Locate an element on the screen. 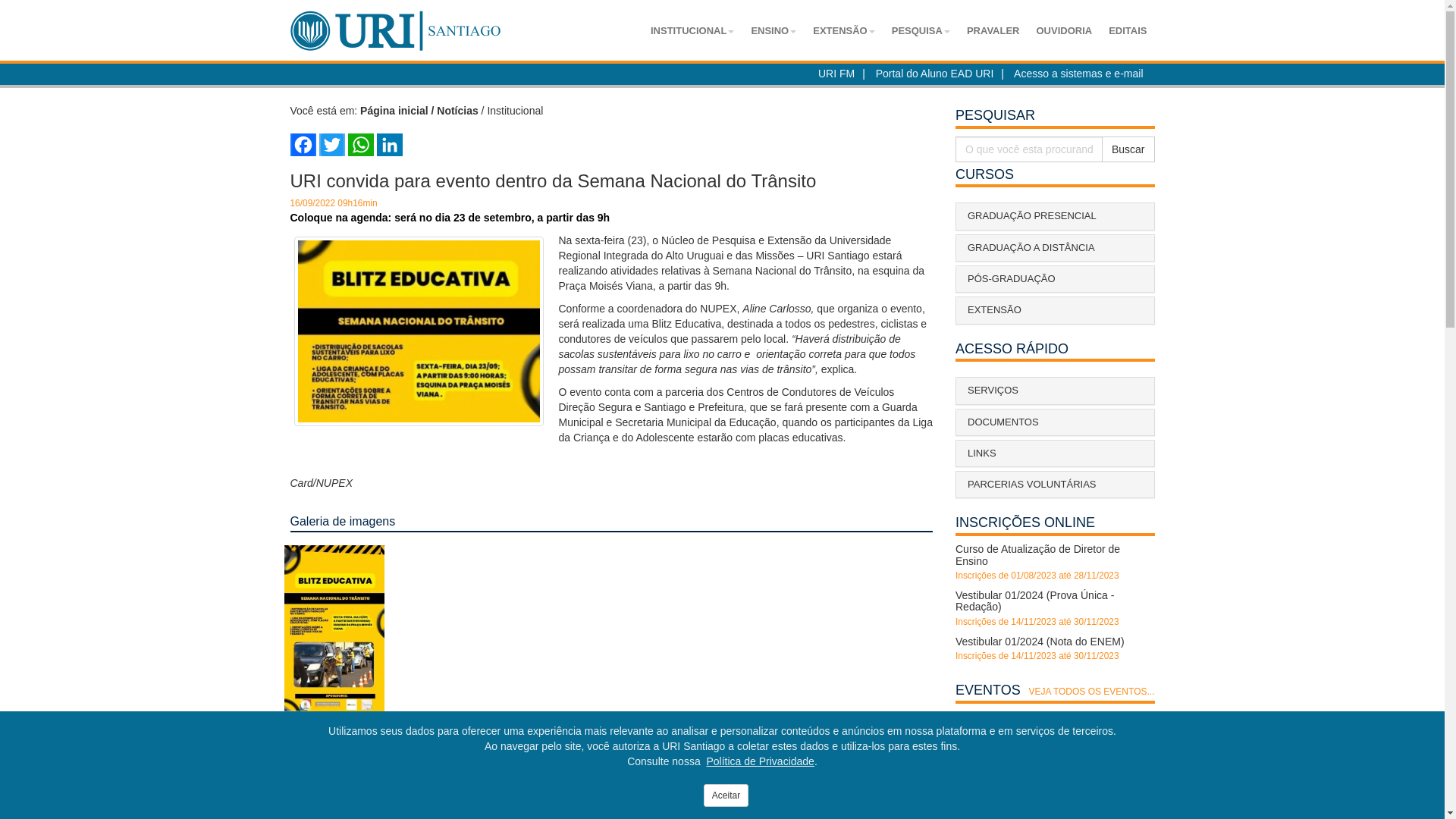 The width and height of the screenshot is (1456, 819). 'VEJA TODOS OS EVENTOS...' is located at coordinates (1090, 691).